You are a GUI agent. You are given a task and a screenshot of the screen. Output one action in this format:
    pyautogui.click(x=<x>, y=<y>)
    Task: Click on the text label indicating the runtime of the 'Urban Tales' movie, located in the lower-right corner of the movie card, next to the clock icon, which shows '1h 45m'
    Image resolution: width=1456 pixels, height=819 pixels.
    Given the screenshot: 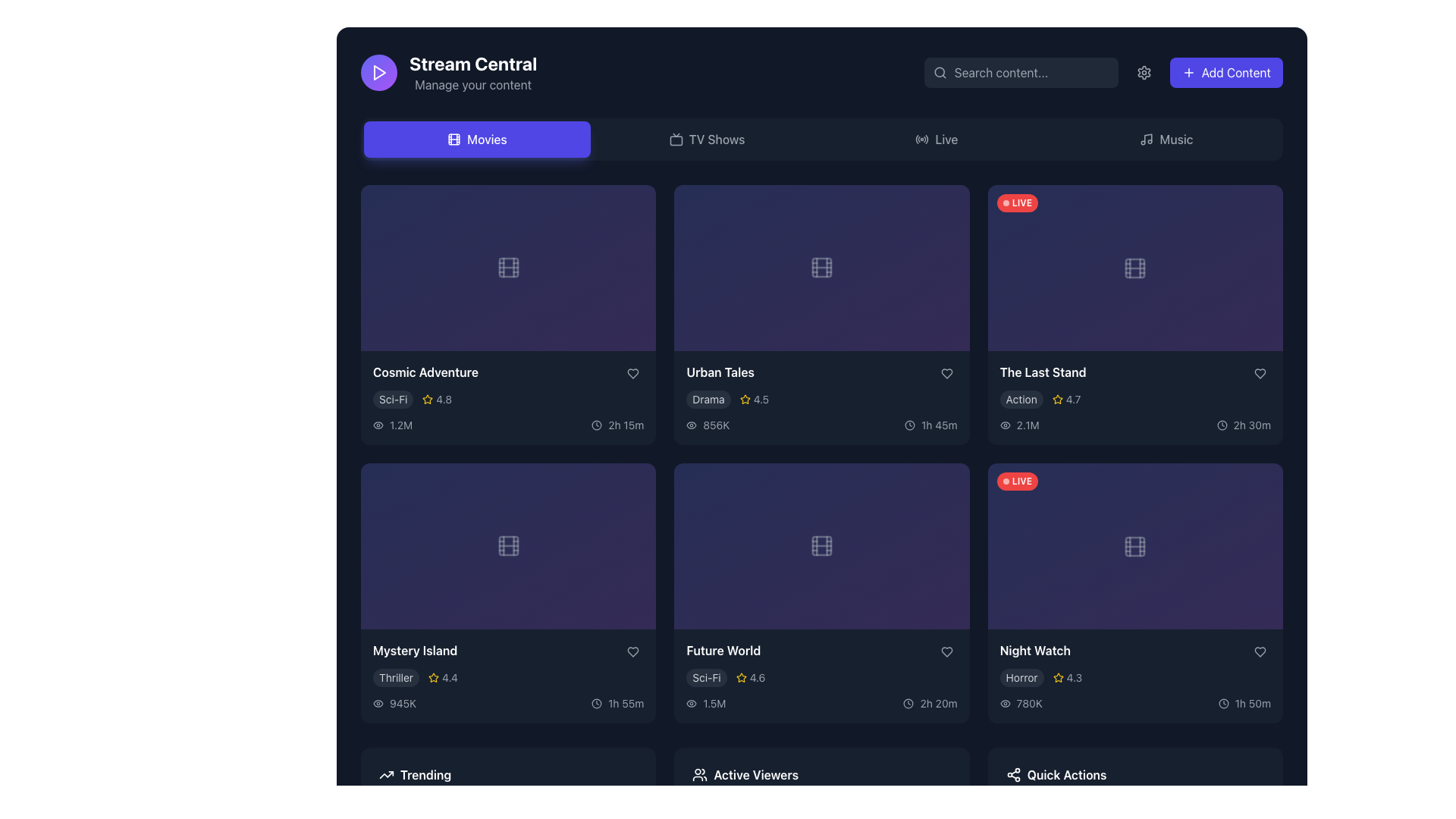 What is the action you would take?
    pyautogui.click(x=938, y=425)
    